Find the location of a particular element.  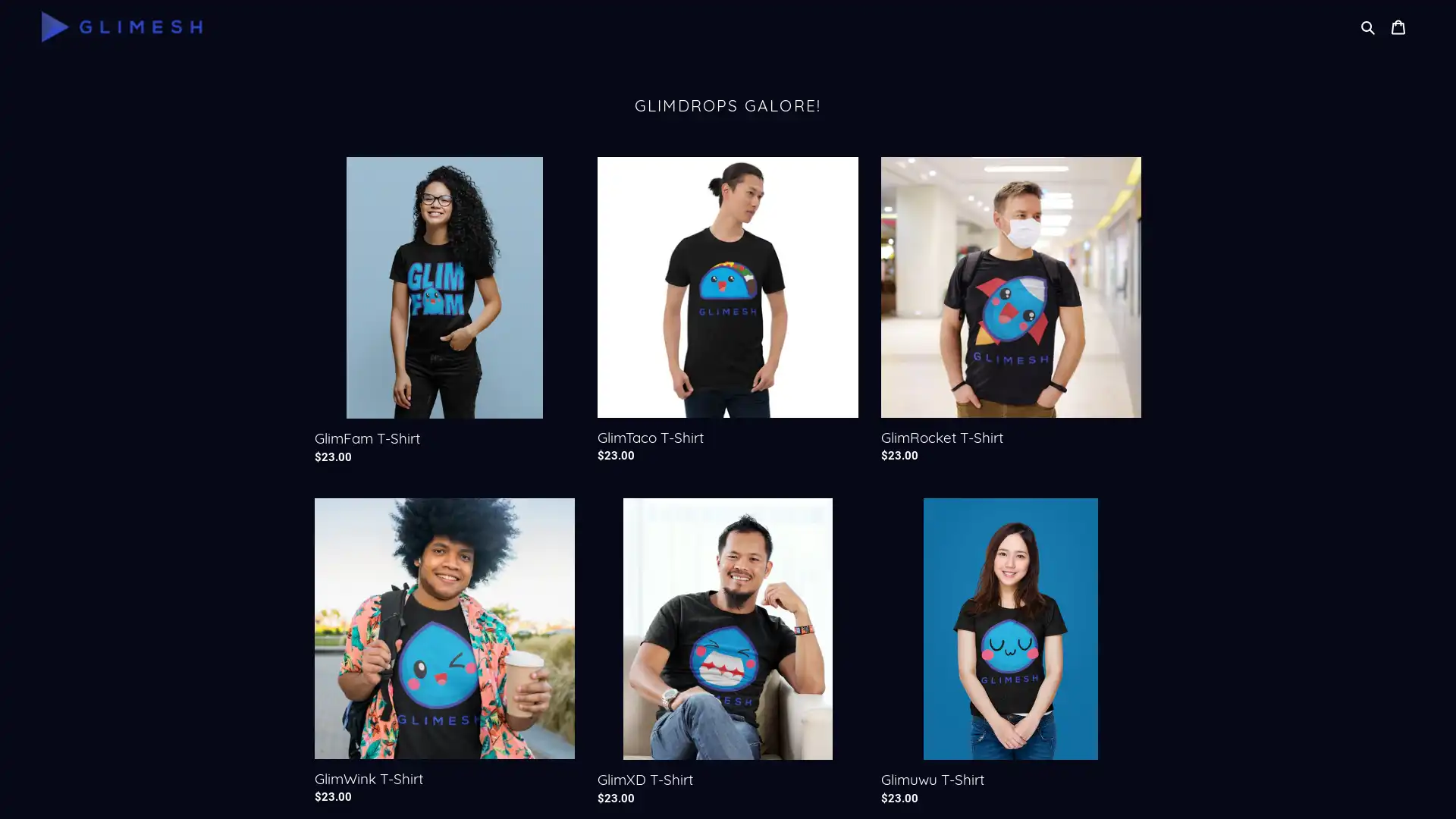

Search is located at coordinates (1369, 26).